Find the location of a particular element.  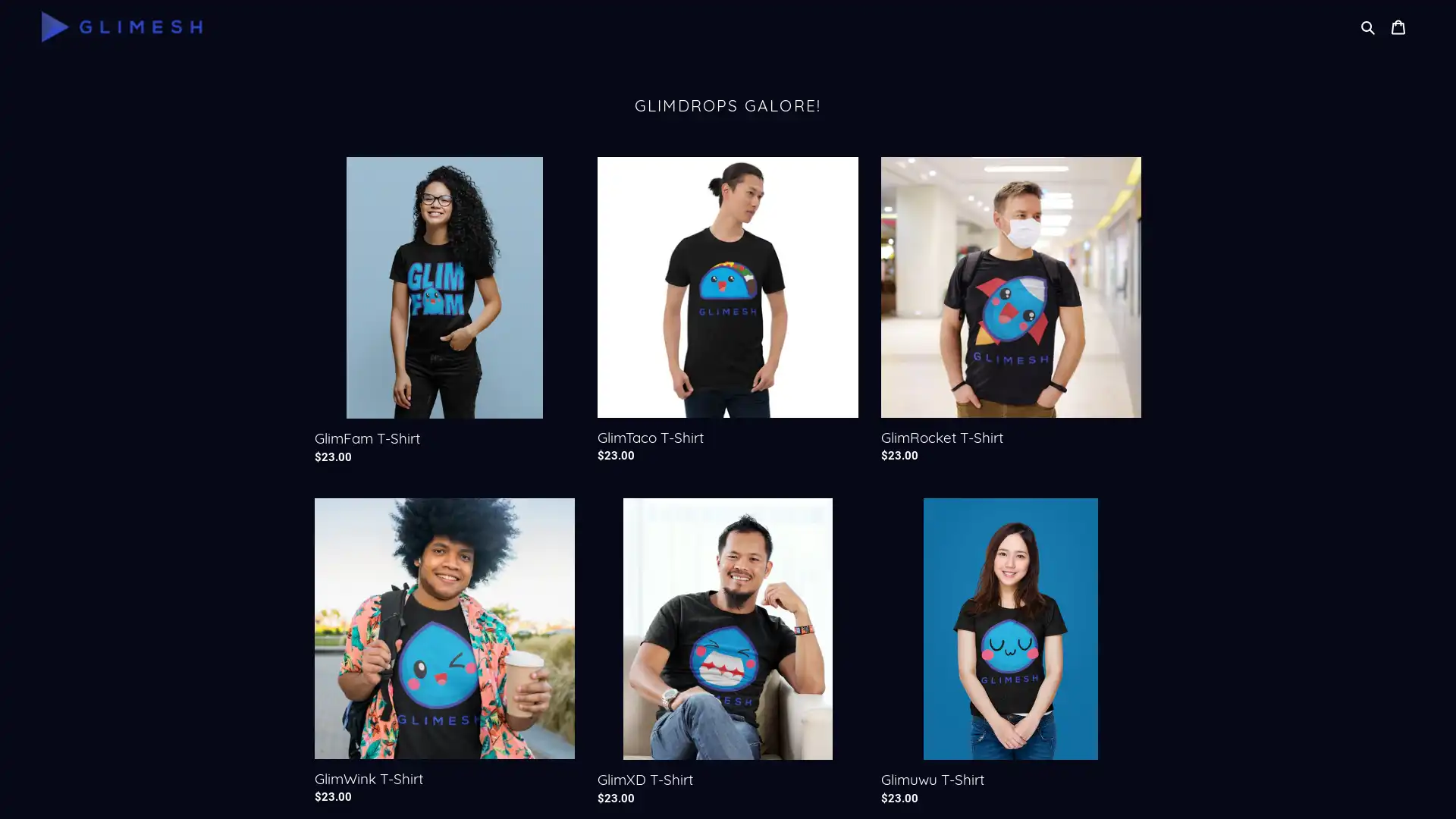

Search is located at coordinates (1369, 26).